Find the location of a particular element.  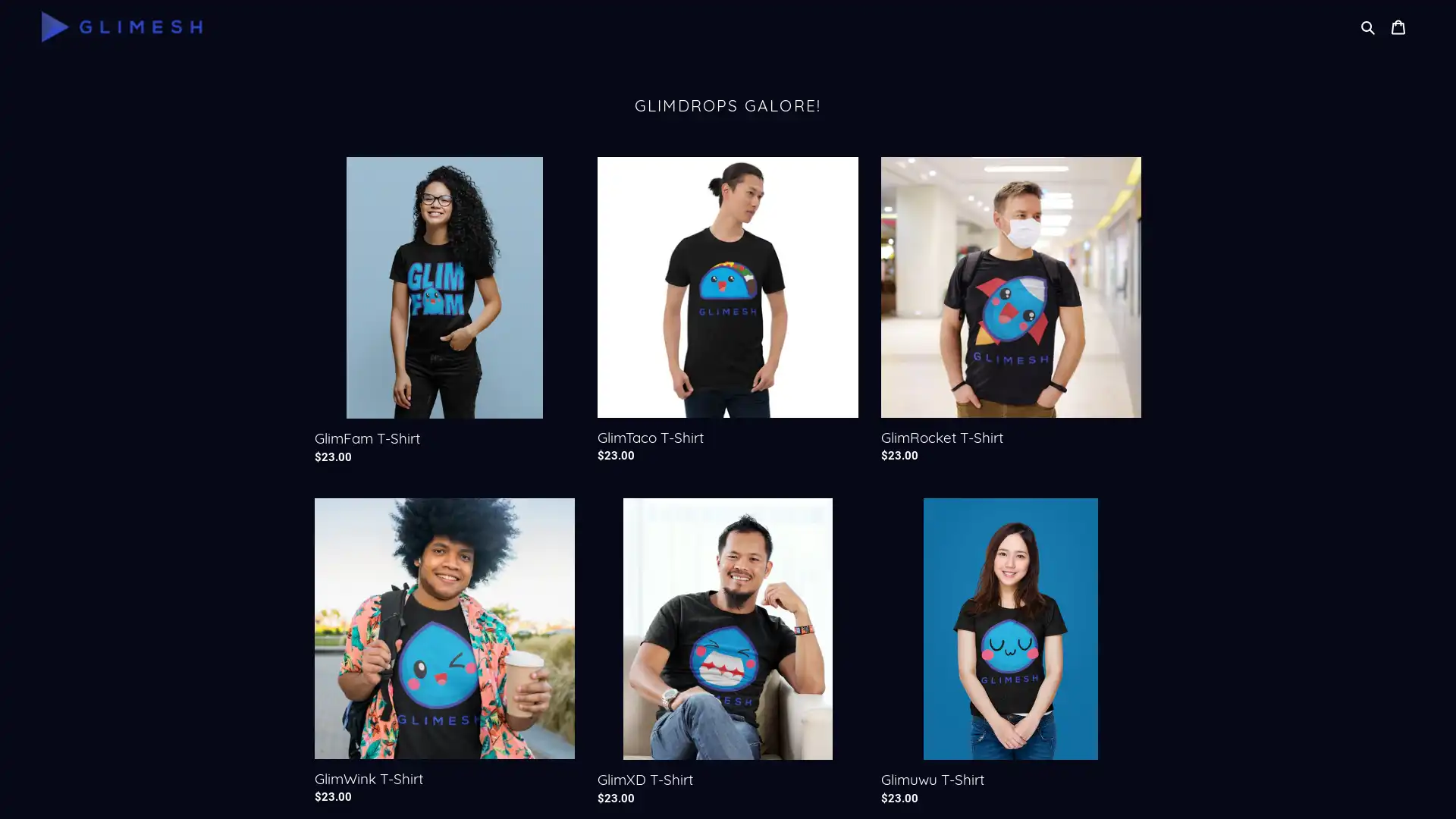

Search is located at coordinates (1369, 26).